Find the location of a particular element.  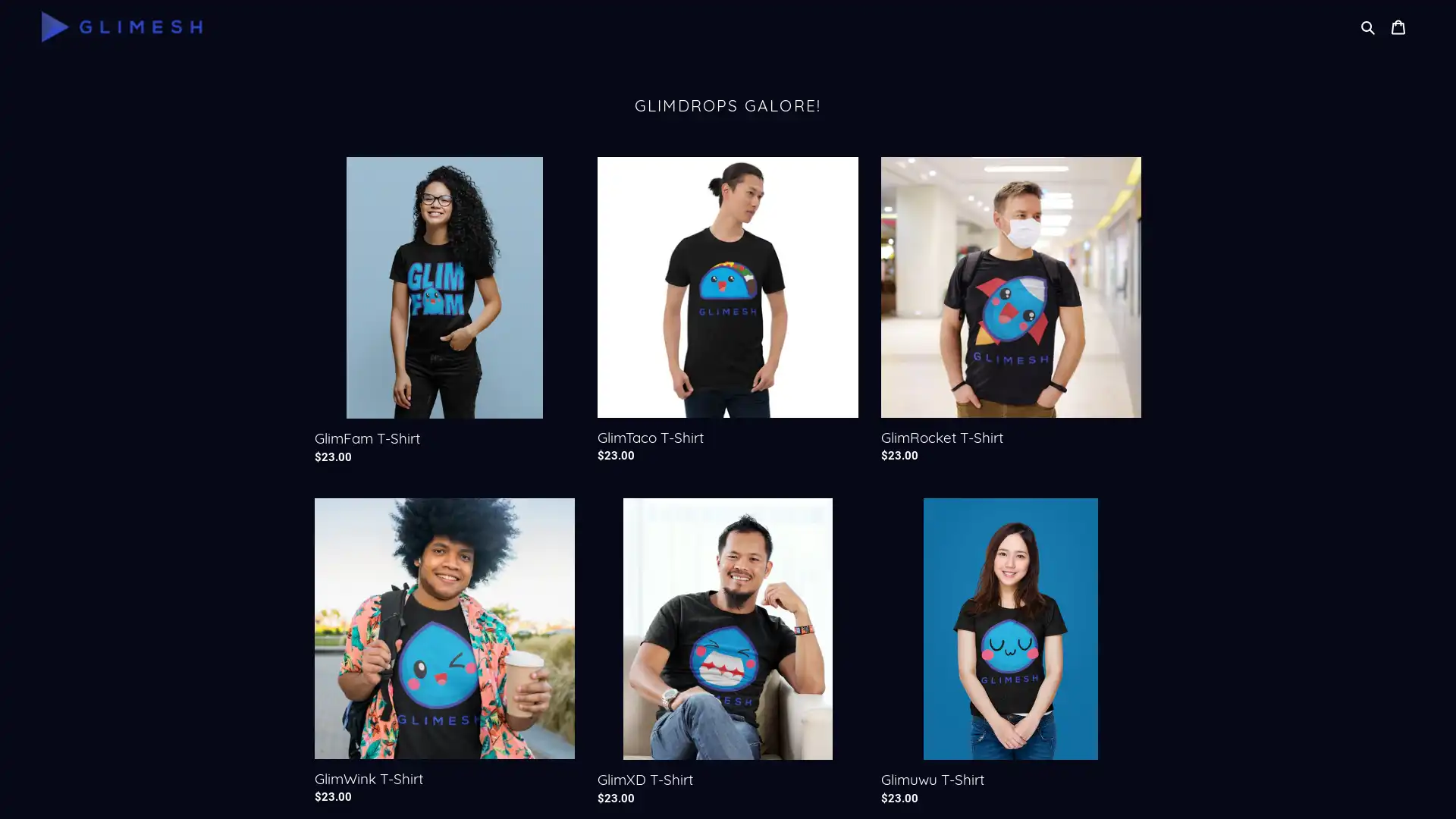

Search is located at coordinates (1369, 26).